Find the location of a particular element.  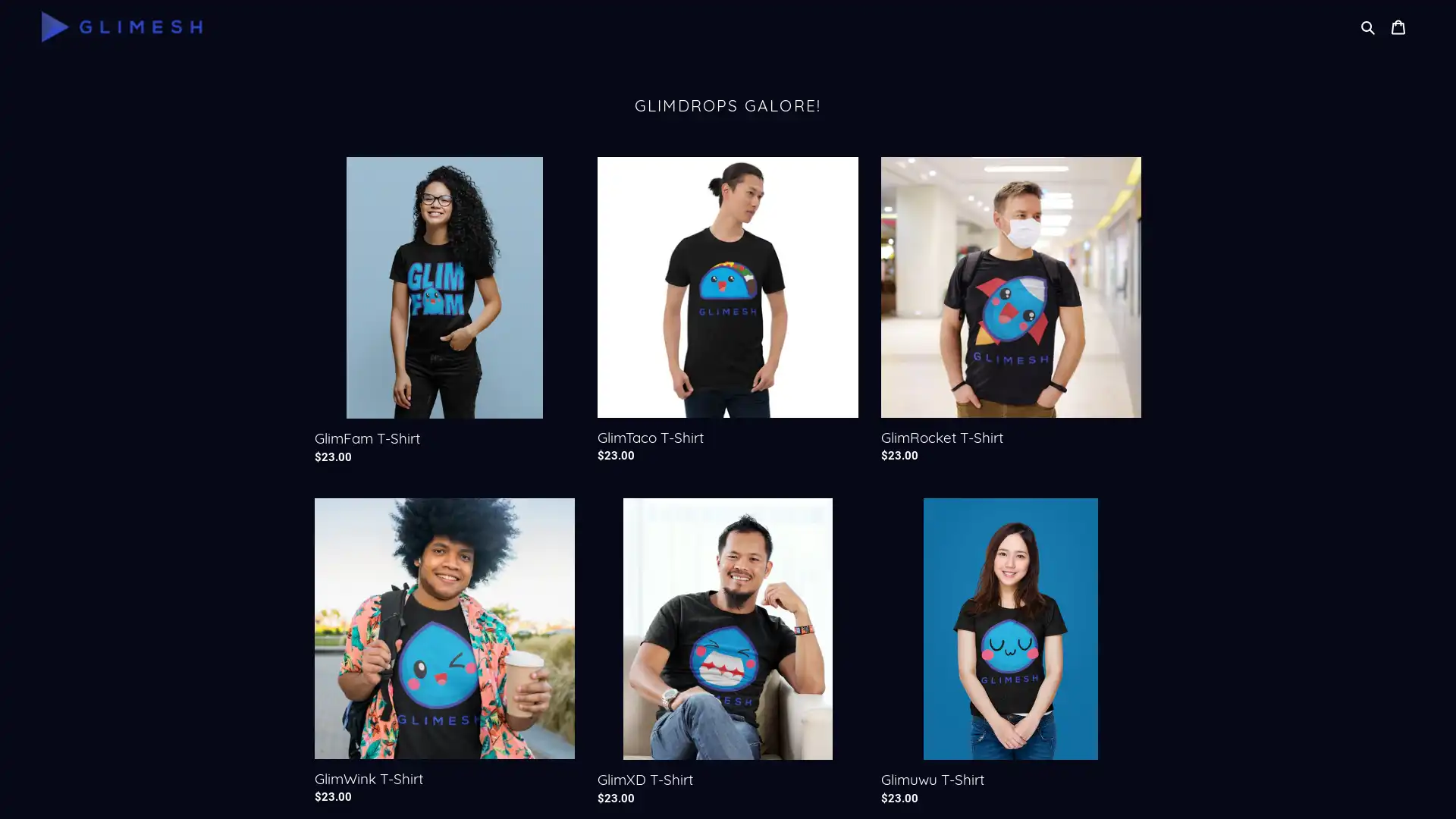

Search is located at coordinates (1369, 26).